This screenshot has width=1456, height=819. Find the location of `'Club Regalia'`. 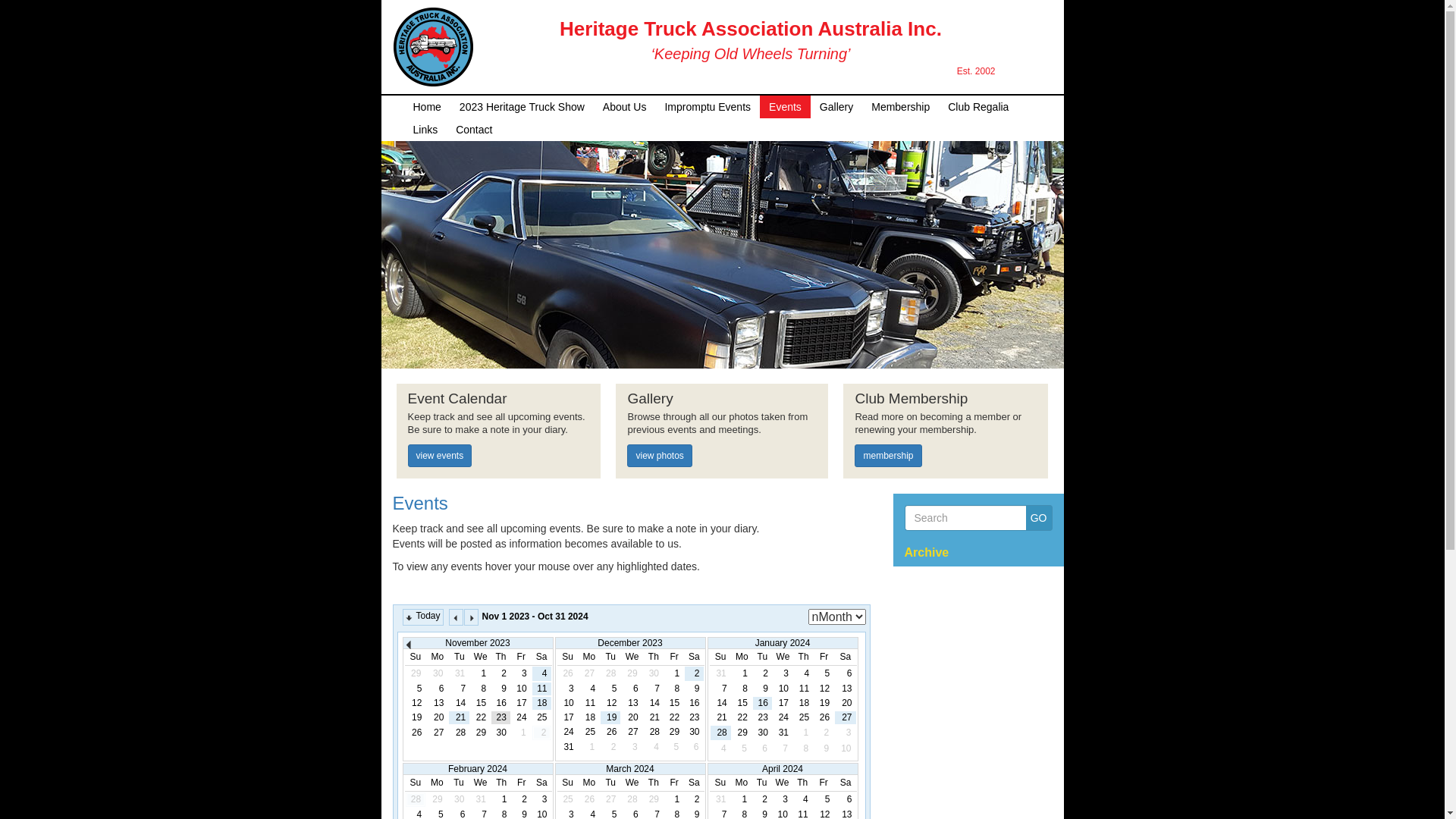

'Club Regalia' is located at coordinates (978, 106).